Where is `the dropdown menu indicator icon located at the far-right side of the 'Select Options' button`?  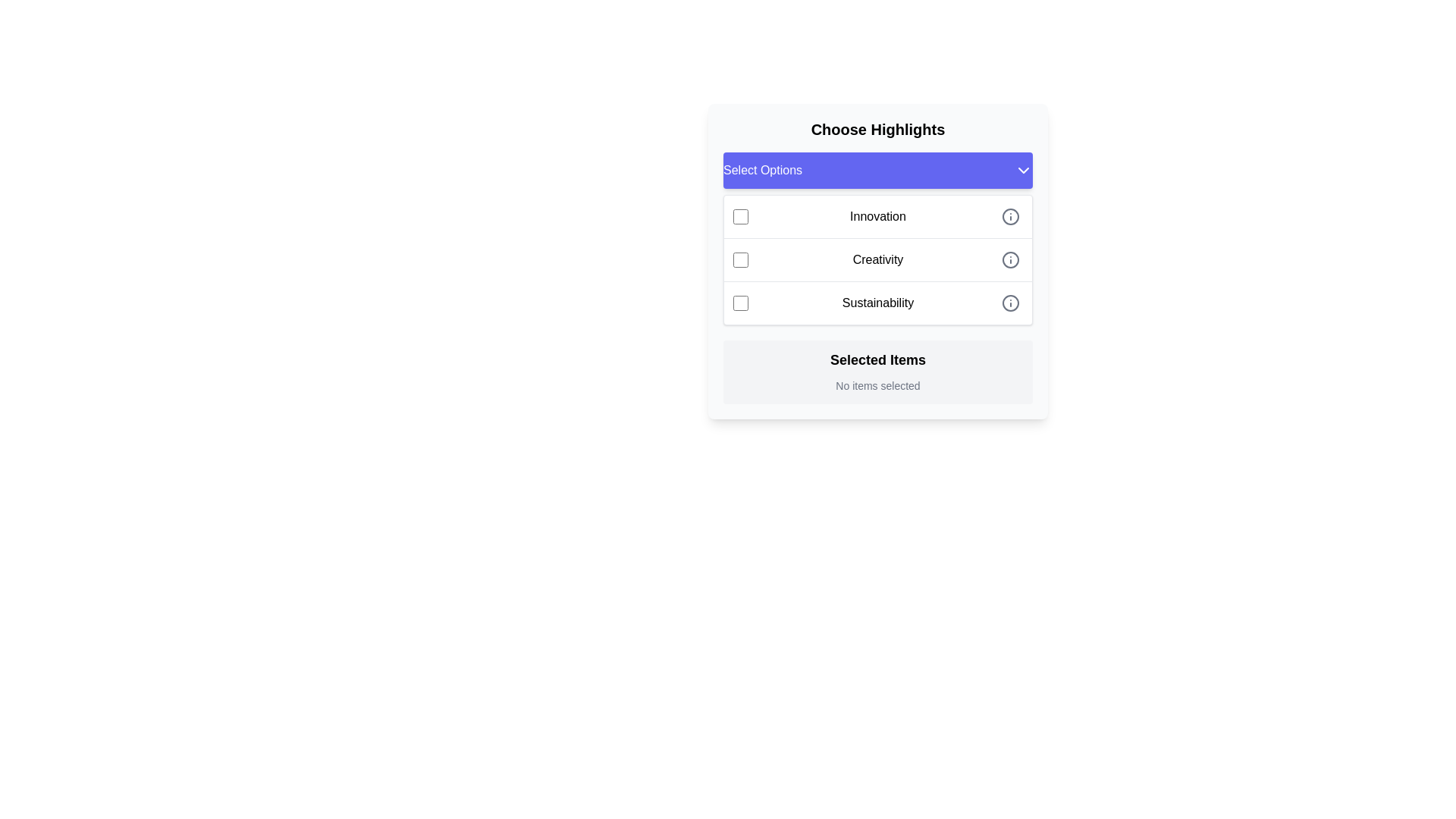 the dropdown menu indicator icon located at the far-right side of the 'Select Options' button is located at coordinates (1023, 170).